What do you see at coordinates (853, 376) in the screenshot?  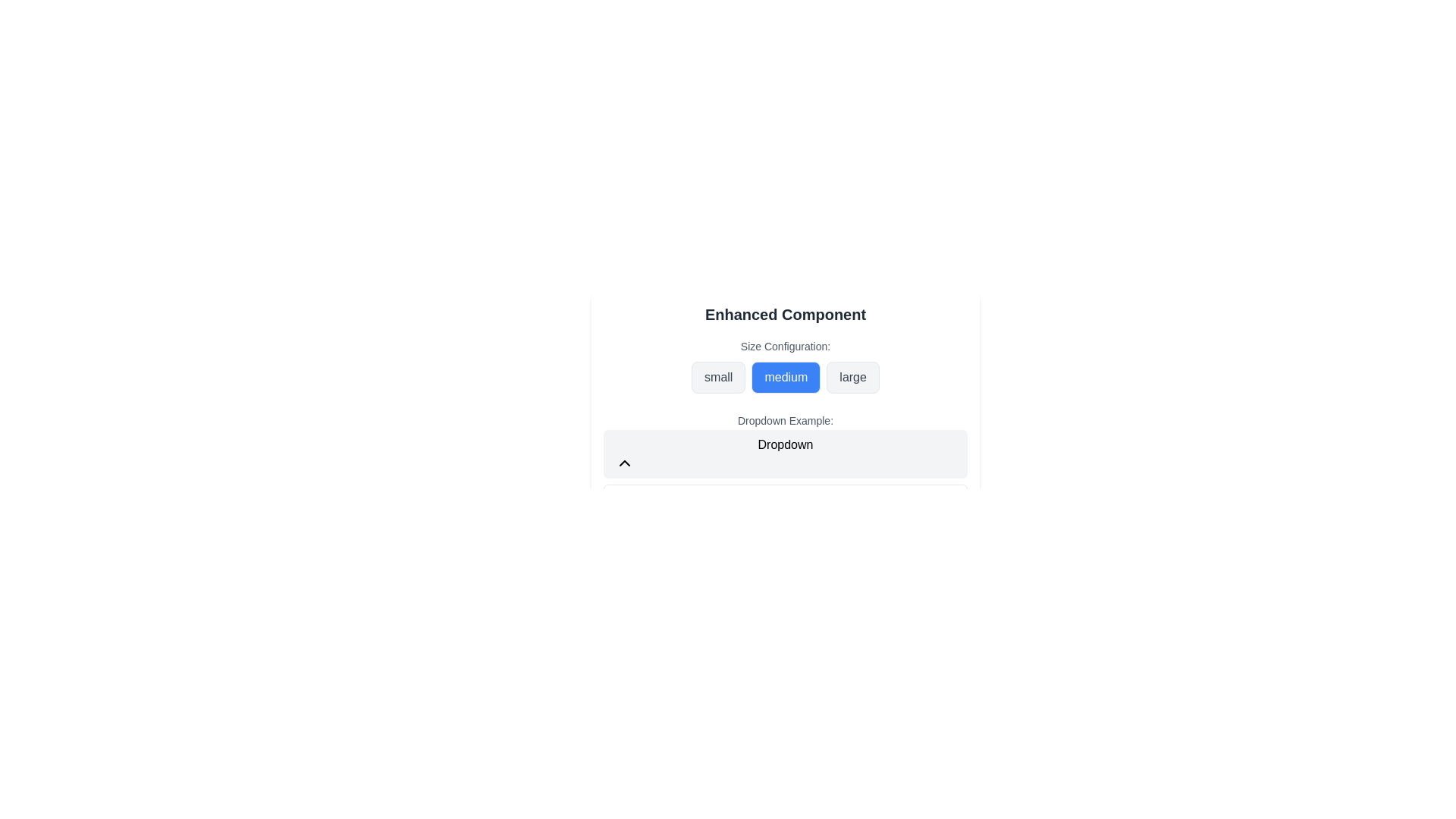 I see `the 'large' button, which is a rectangular button with rounded corners and the text 'large' centered in it` at bounding box center [853, 376].